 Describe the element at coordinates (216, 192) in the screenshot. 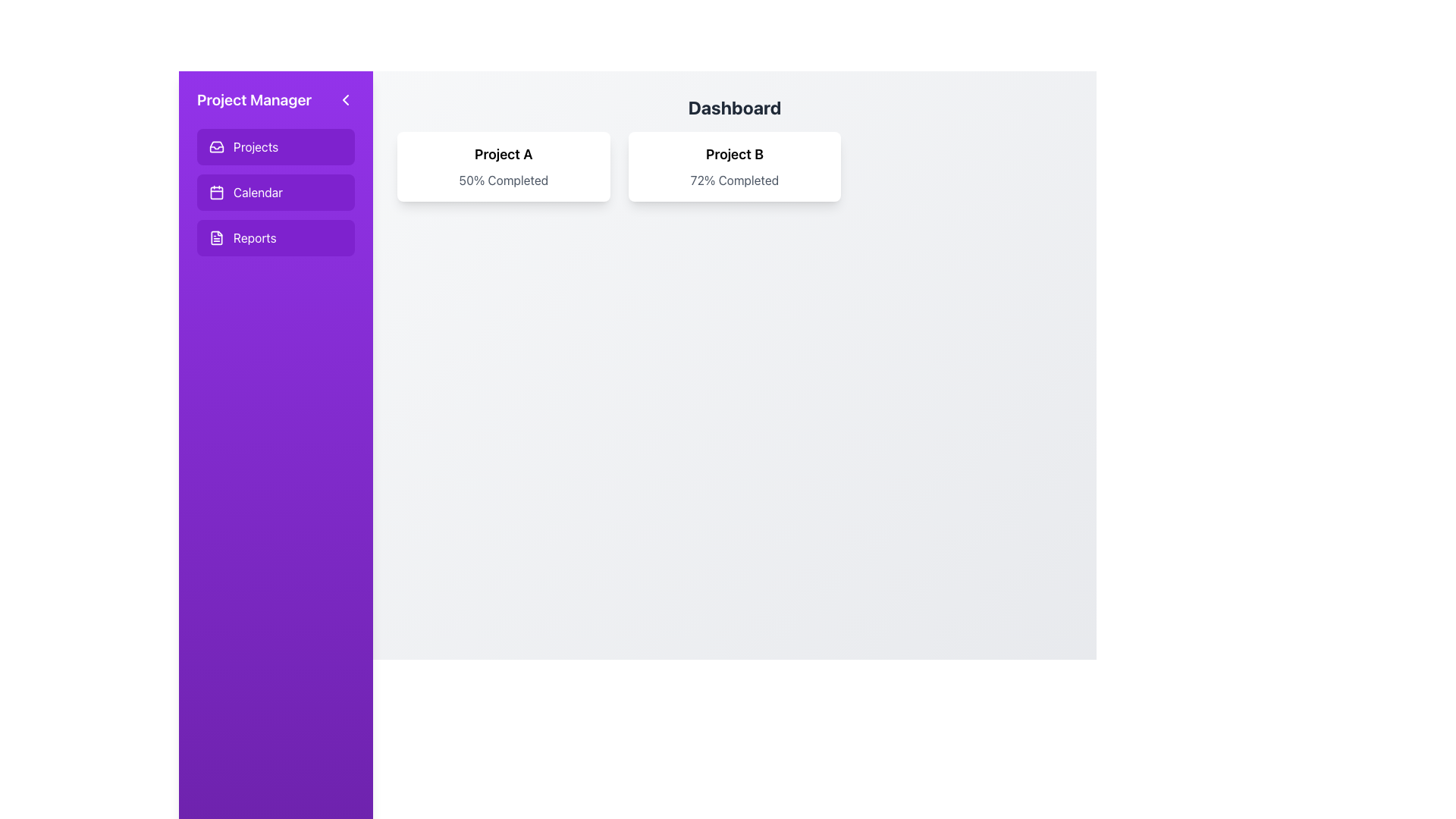

I see `the calendar icon located in the second item of the vertically aligned sidebar menu` at that location.